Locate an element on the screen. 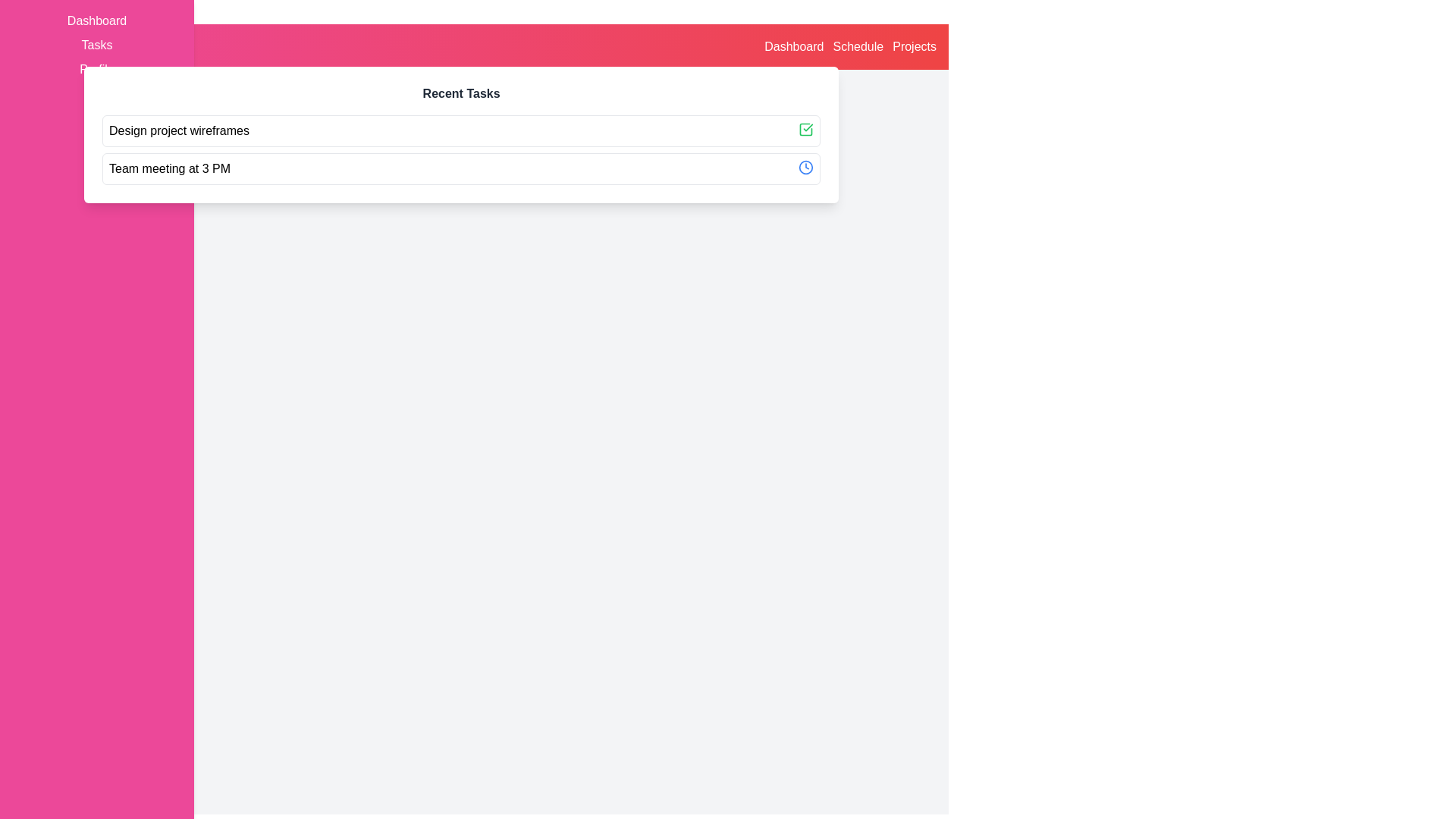 The height and width of the screenshot is (819, 1456). the icon indicating task completion located on the far right of the 'Design project wireframes' row is located at coordinates (805, 128).